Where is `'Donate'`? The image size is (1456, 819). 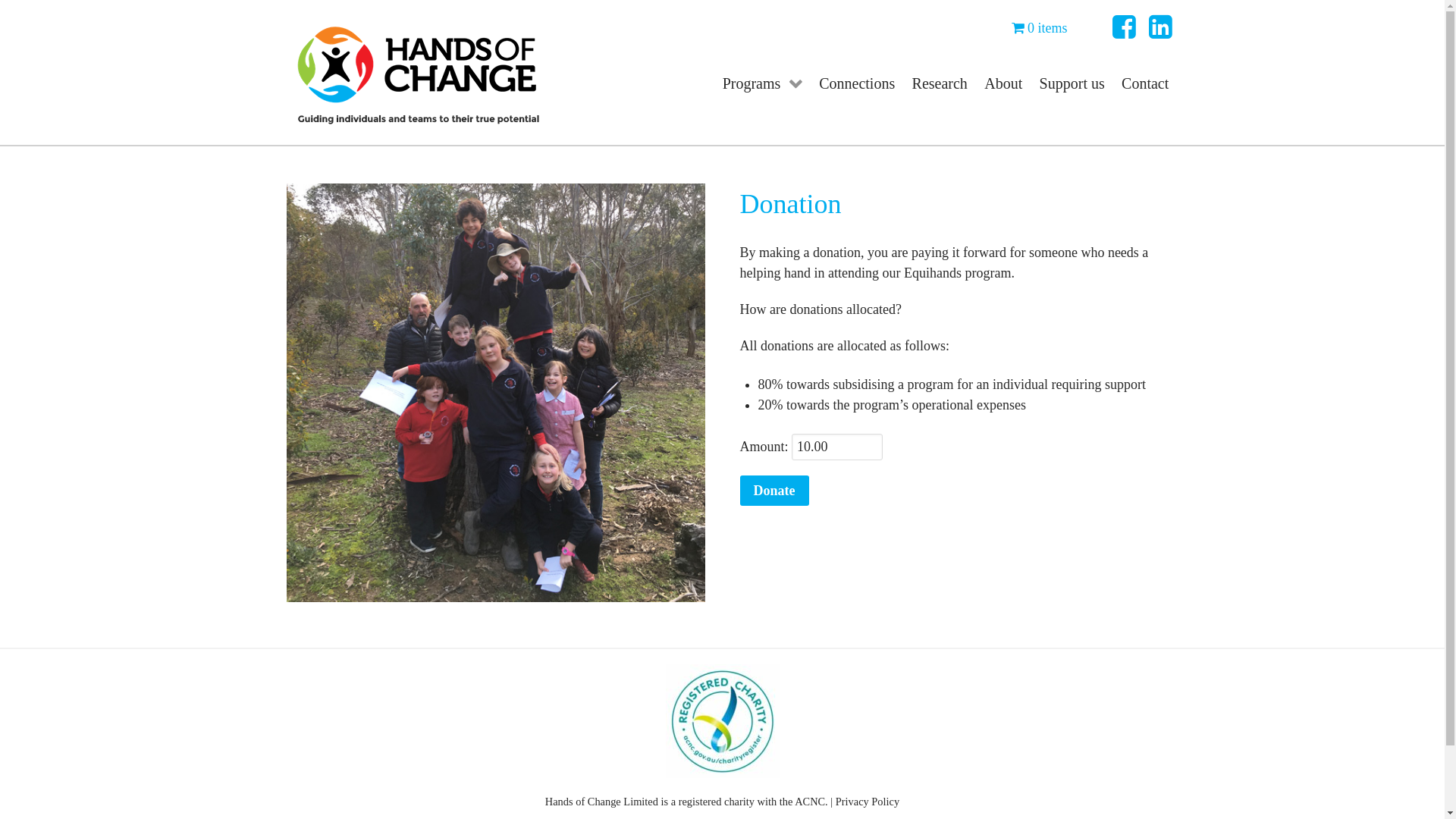 'Donate' is located at coordinates (774, 491).